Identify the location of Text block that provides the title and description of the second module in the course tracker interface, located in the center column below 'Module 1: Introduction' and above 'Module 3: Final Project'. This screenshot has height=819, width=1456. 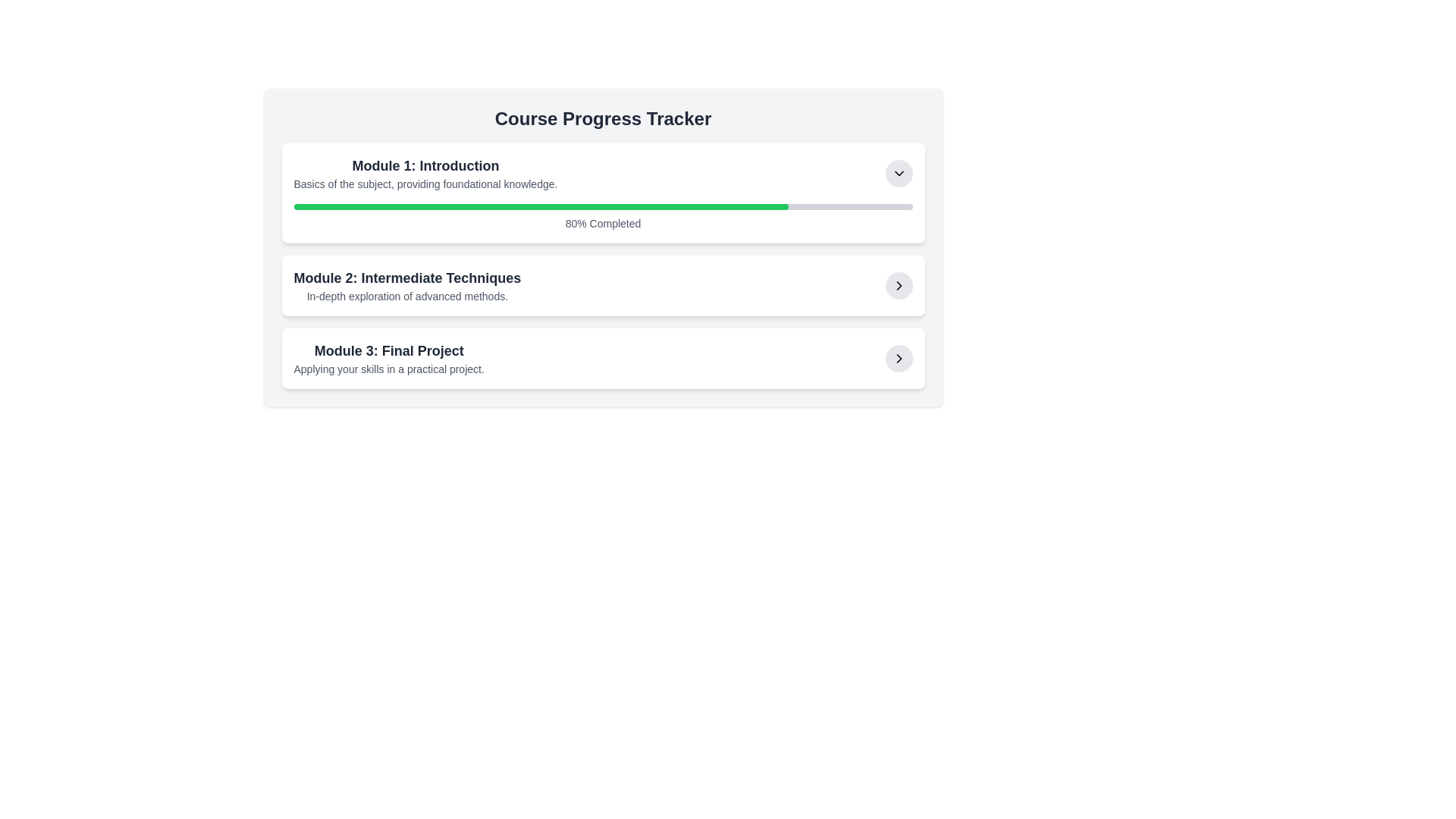
(407, 286).